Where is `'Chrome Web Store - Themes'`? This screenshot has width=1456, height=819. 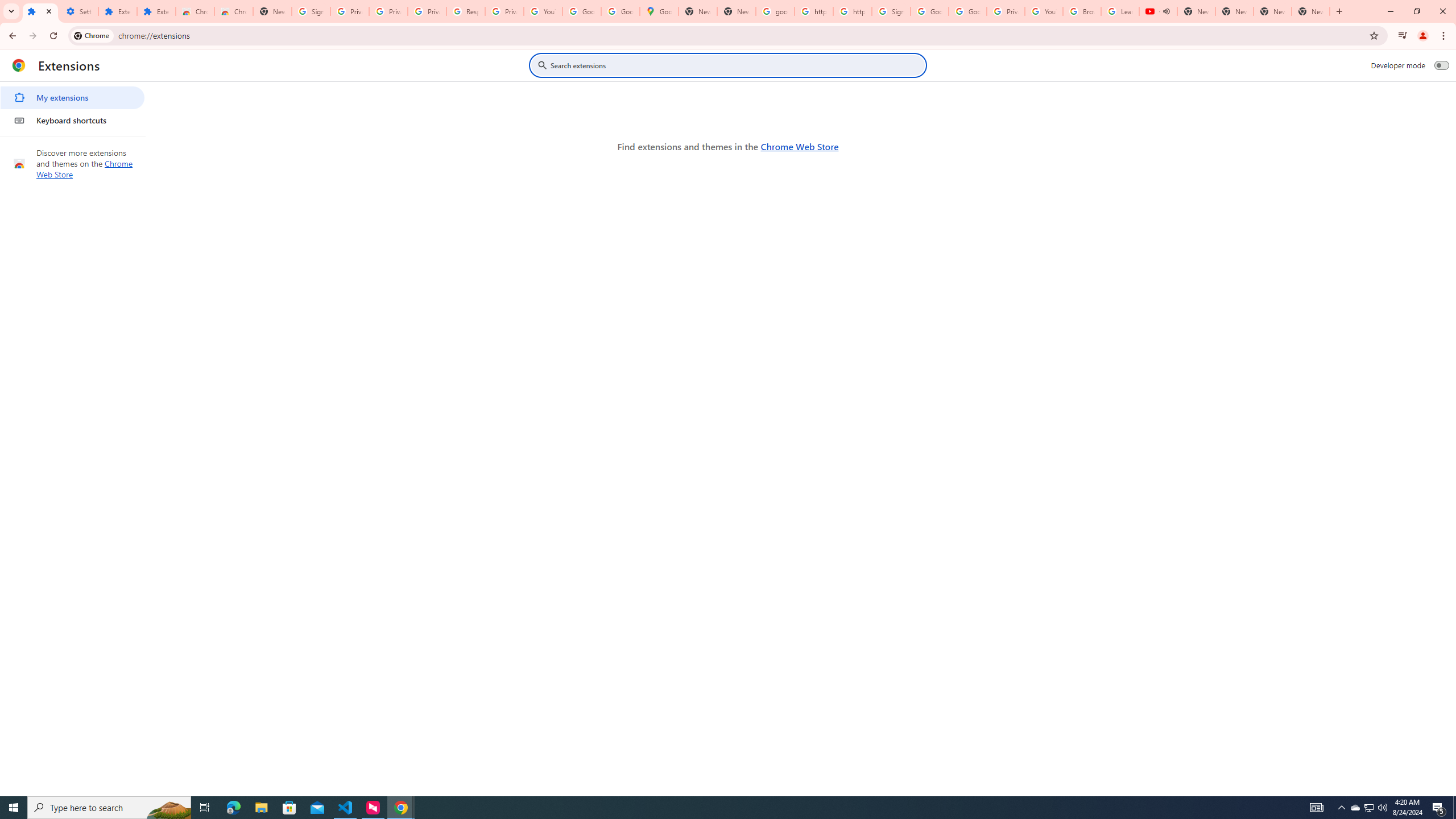
'Chrome Web Store - Themes' is located at coordinates (233, 11).